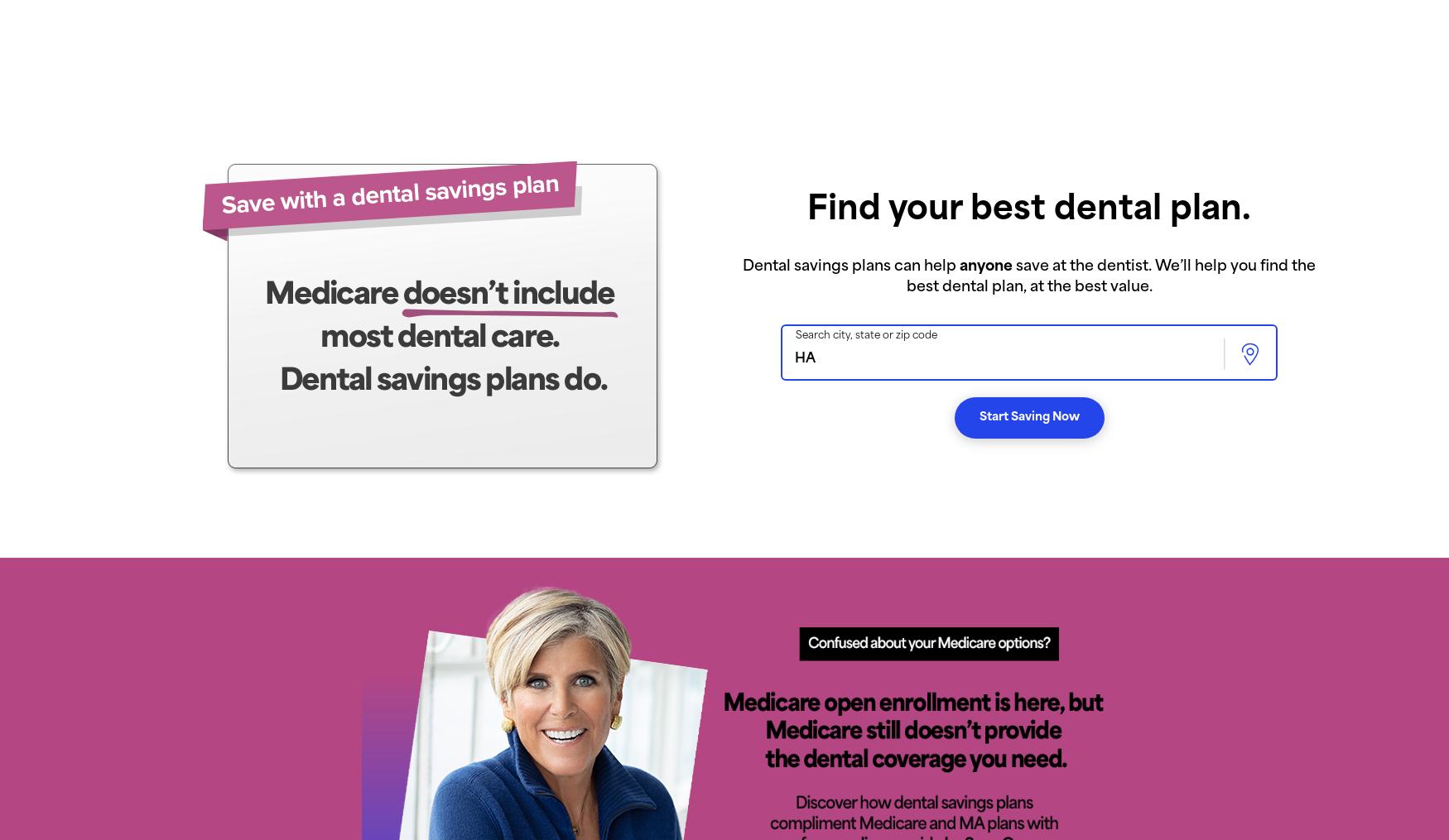 This screenshot has width=1449, height=840. I want to click on 'Search for a plan near you.', so click(475, 635).